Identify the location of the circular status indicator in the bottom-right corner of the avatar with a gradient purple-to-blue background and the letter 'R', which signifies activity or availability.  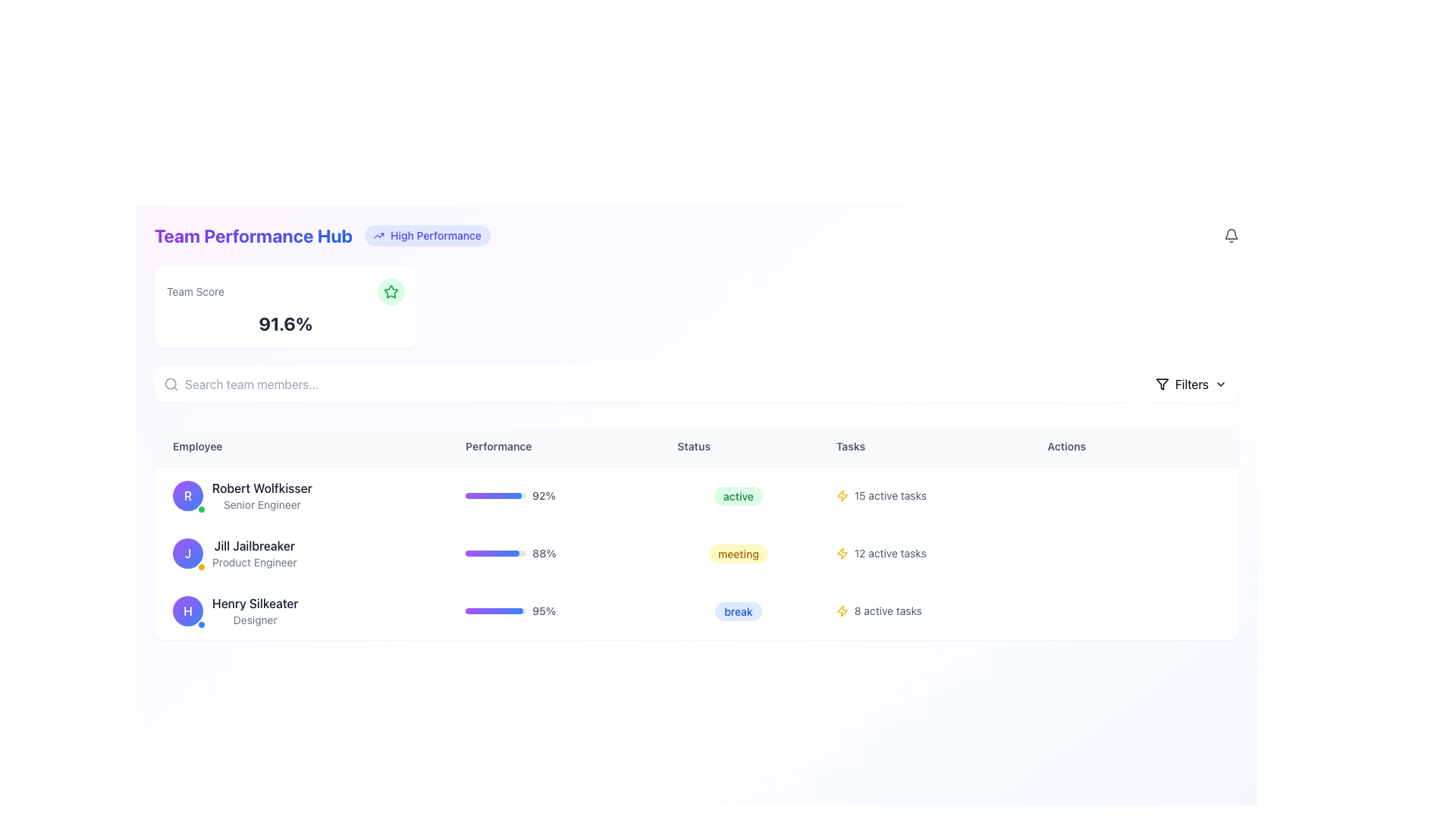
(200, 509).